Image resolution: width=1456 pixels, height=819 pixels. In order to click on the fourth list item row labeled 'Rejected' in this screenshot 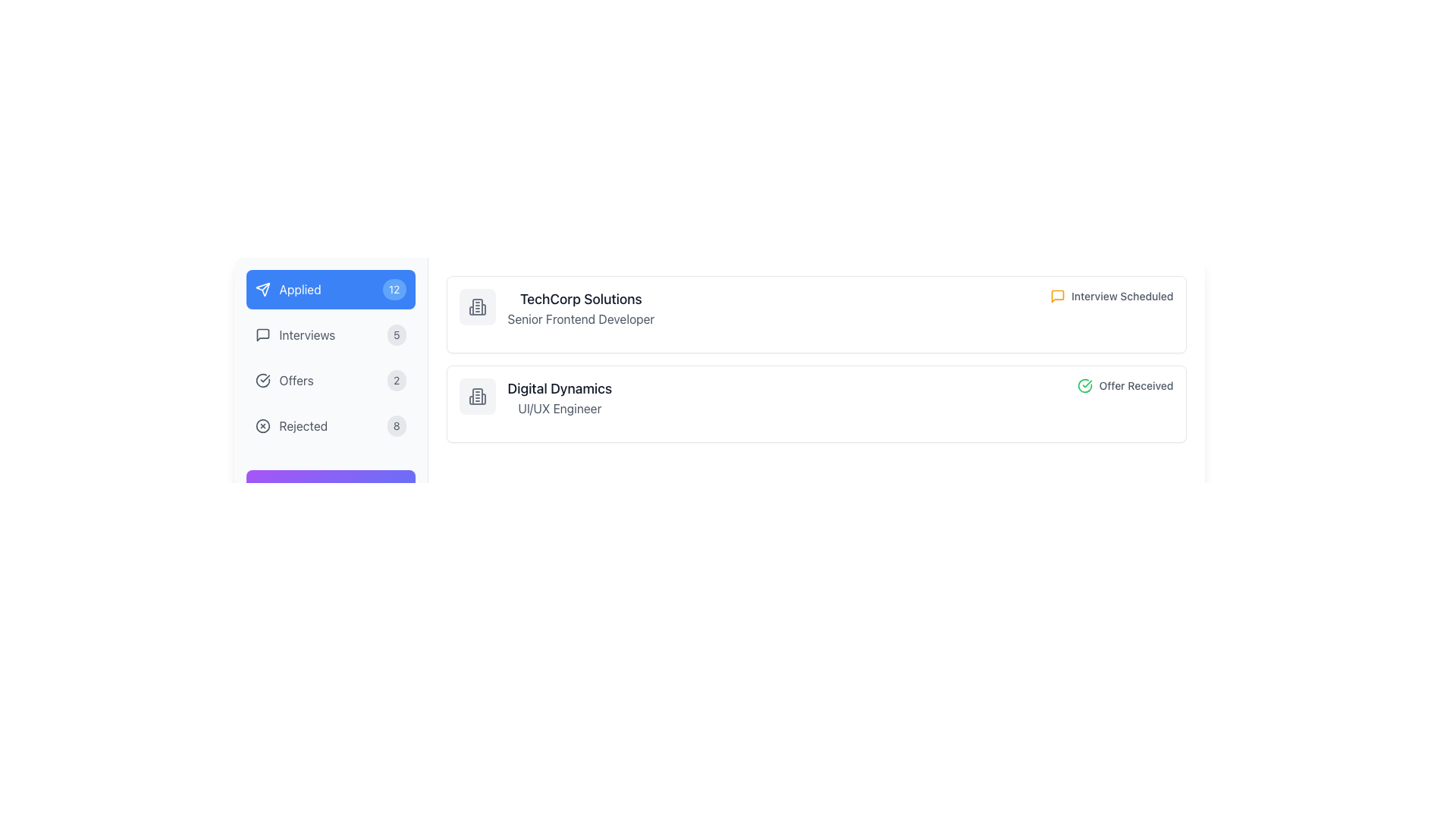, I will do `click(330, 426)`.